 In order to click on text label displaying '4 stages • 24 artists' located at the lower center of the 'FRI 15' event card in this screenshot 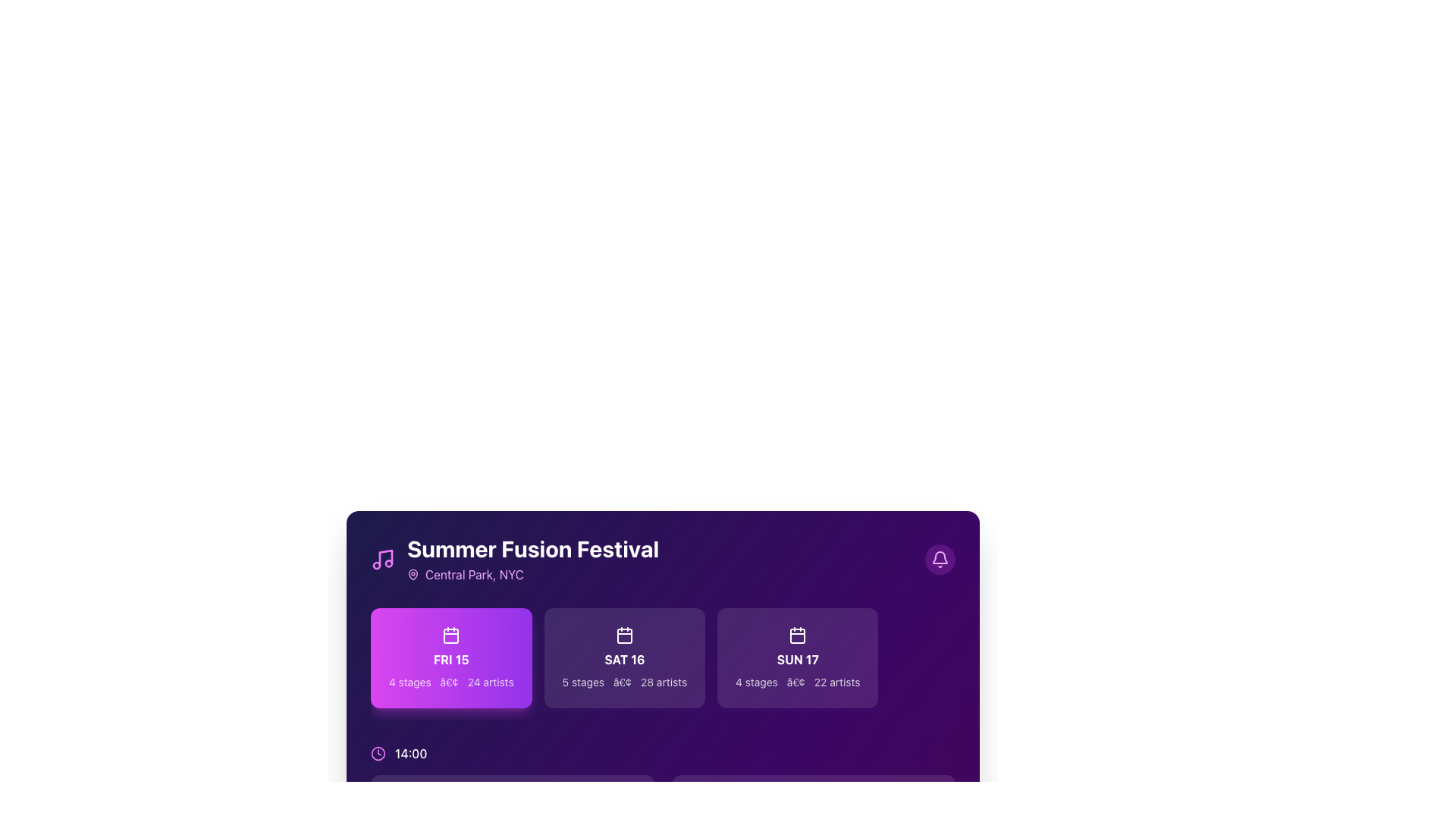, I will do `click(450, 681)`.